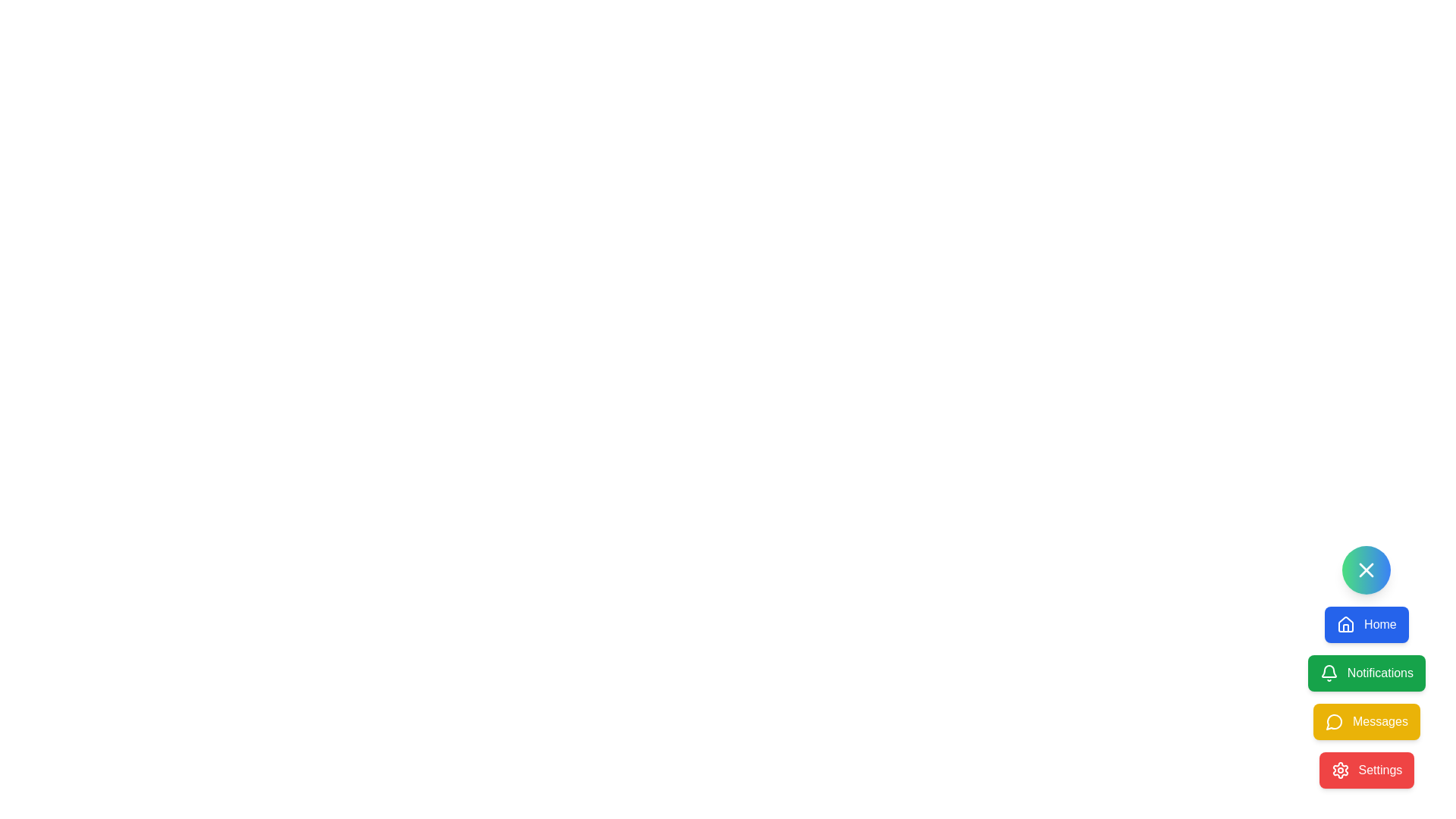  What do you see at coordinates (1367, 666) in the screenshot?
I see `the notifications button located below the blue 'Home' button and above the yellow 'Messages' button to observe any hover effects` at bounding box center [1367, 666].